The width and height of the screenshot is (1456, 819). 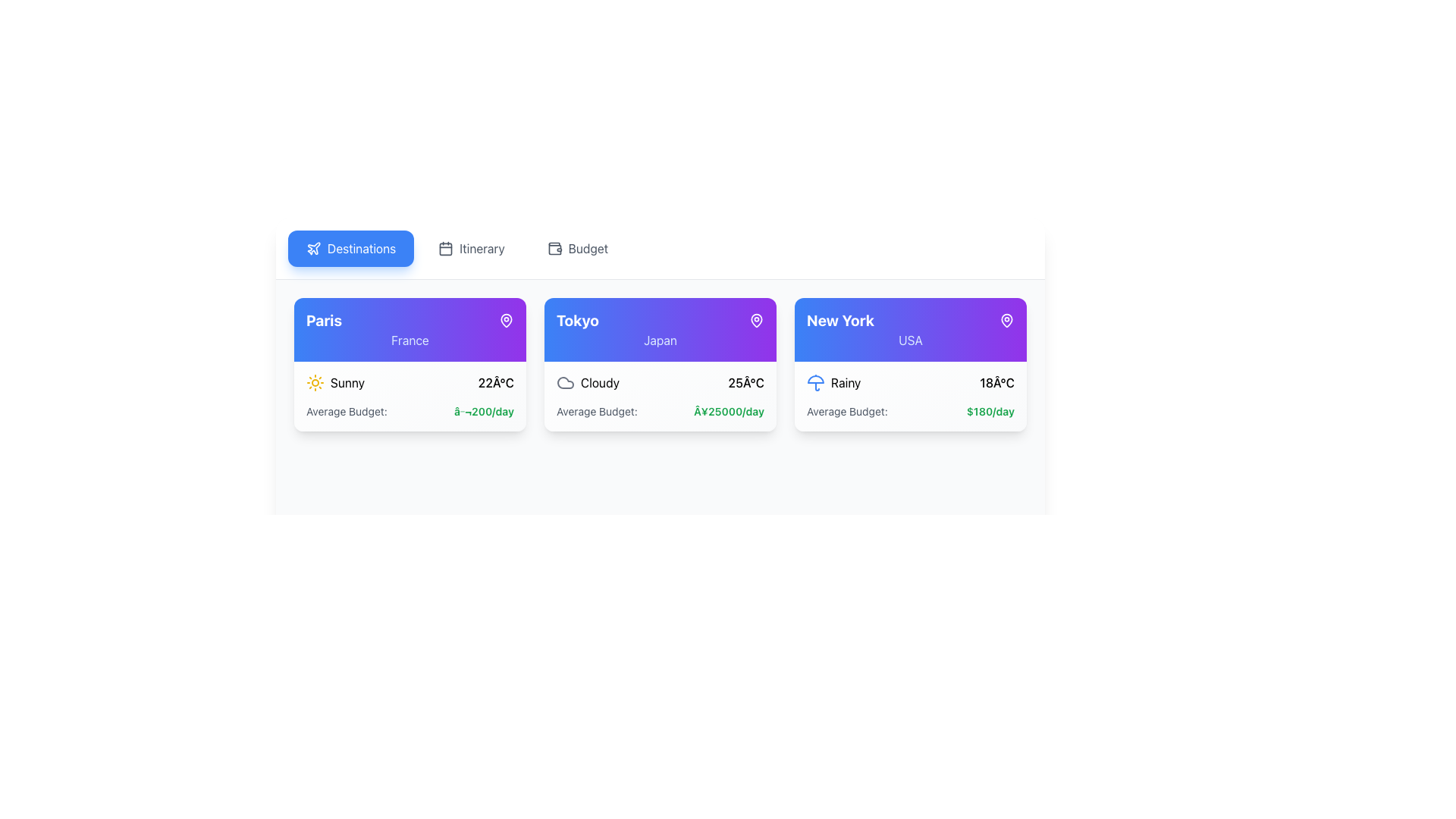 I want to click on the 'Budget' button, so click(x=576, y=247).